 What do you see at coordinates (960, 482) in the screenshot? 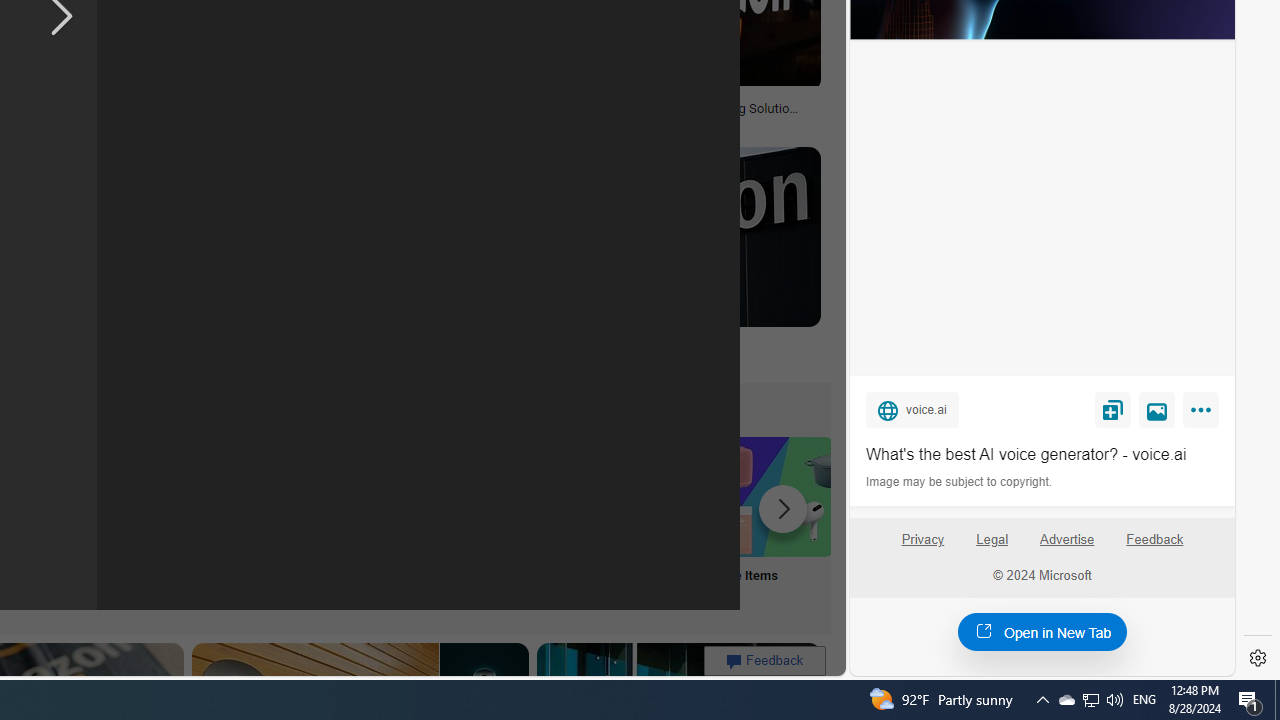
I see `'Image may be subject to copyright.'` at bounding box center [960, 482].